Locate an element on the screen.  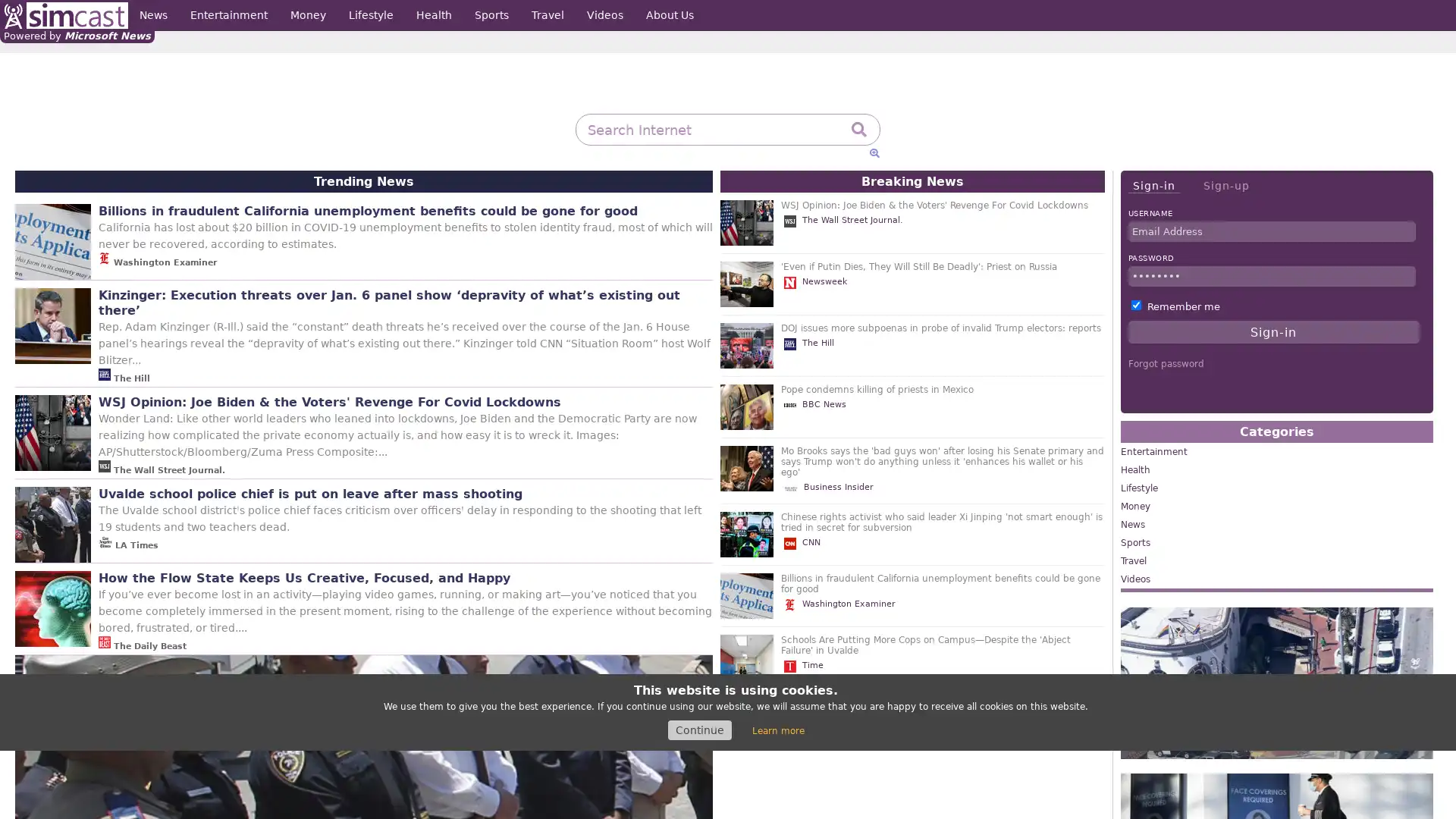
Continue is located at coordinates (698, 730).